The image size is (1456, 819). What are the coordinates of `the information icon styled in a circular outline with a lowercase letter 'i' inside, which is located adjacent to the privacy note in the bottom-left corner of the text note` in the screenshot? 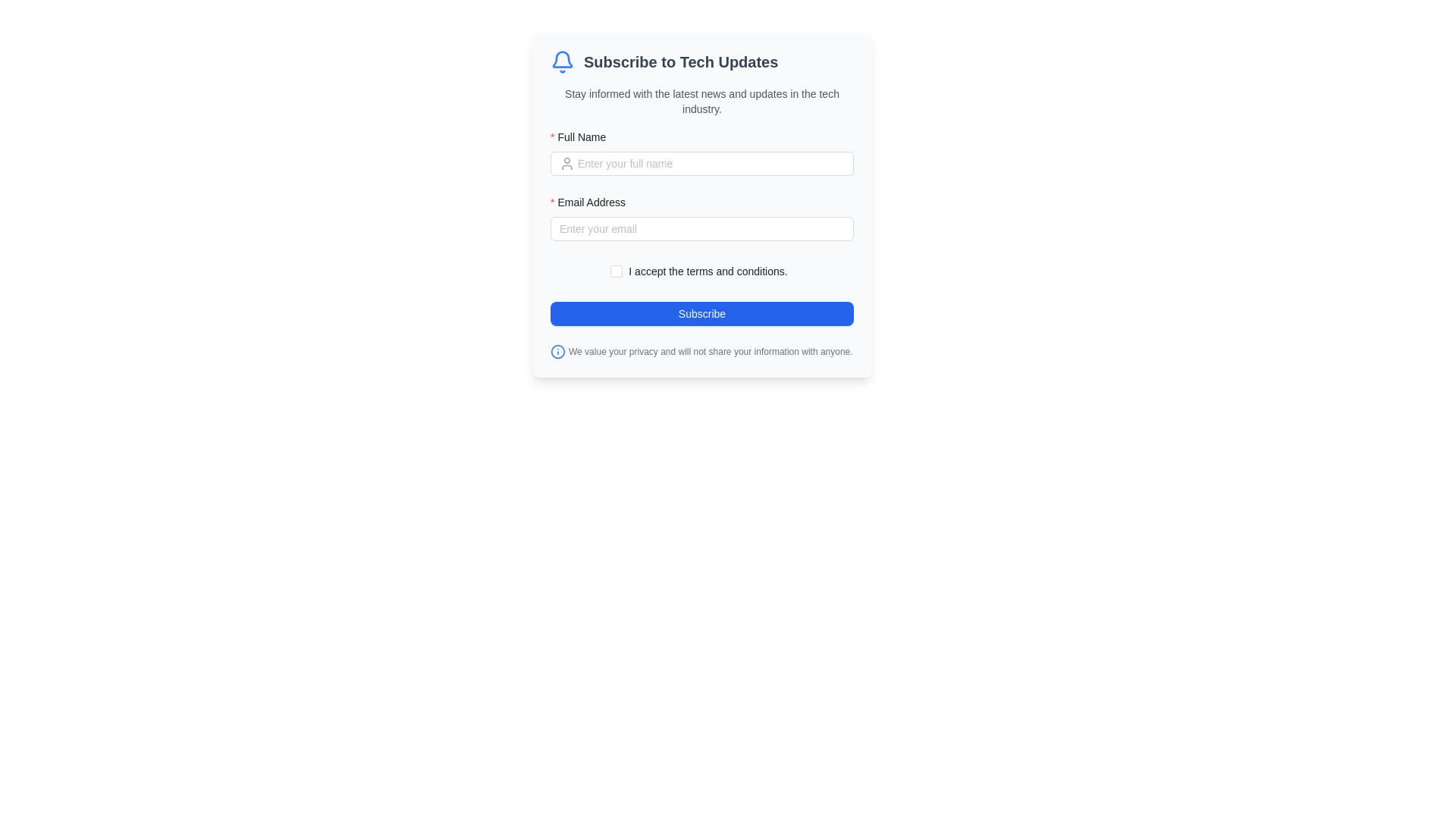 It's located at (557, 351).